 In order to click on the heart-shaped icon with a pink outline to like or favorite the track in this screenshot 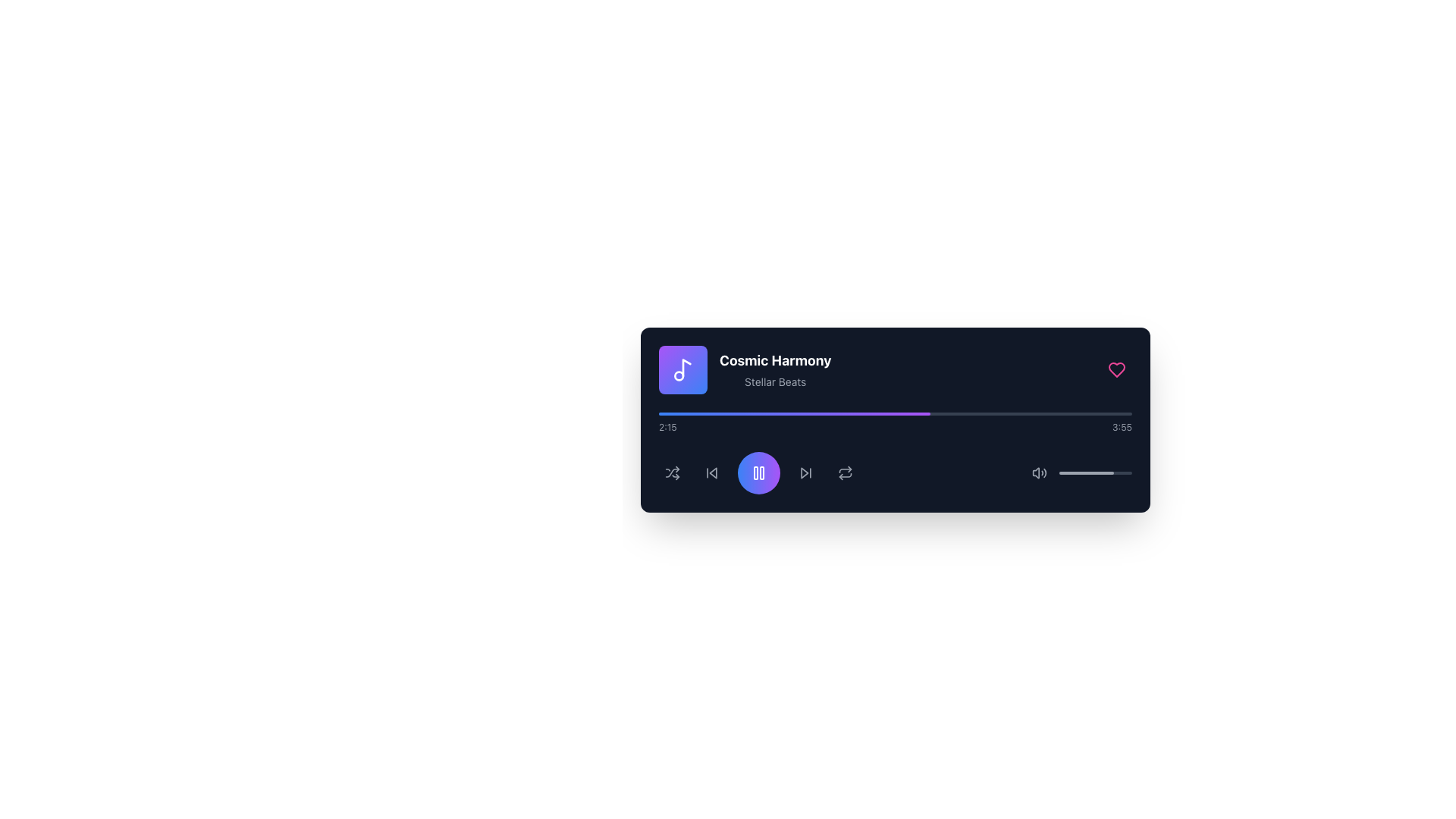, I will do `click(1117, 370)`.